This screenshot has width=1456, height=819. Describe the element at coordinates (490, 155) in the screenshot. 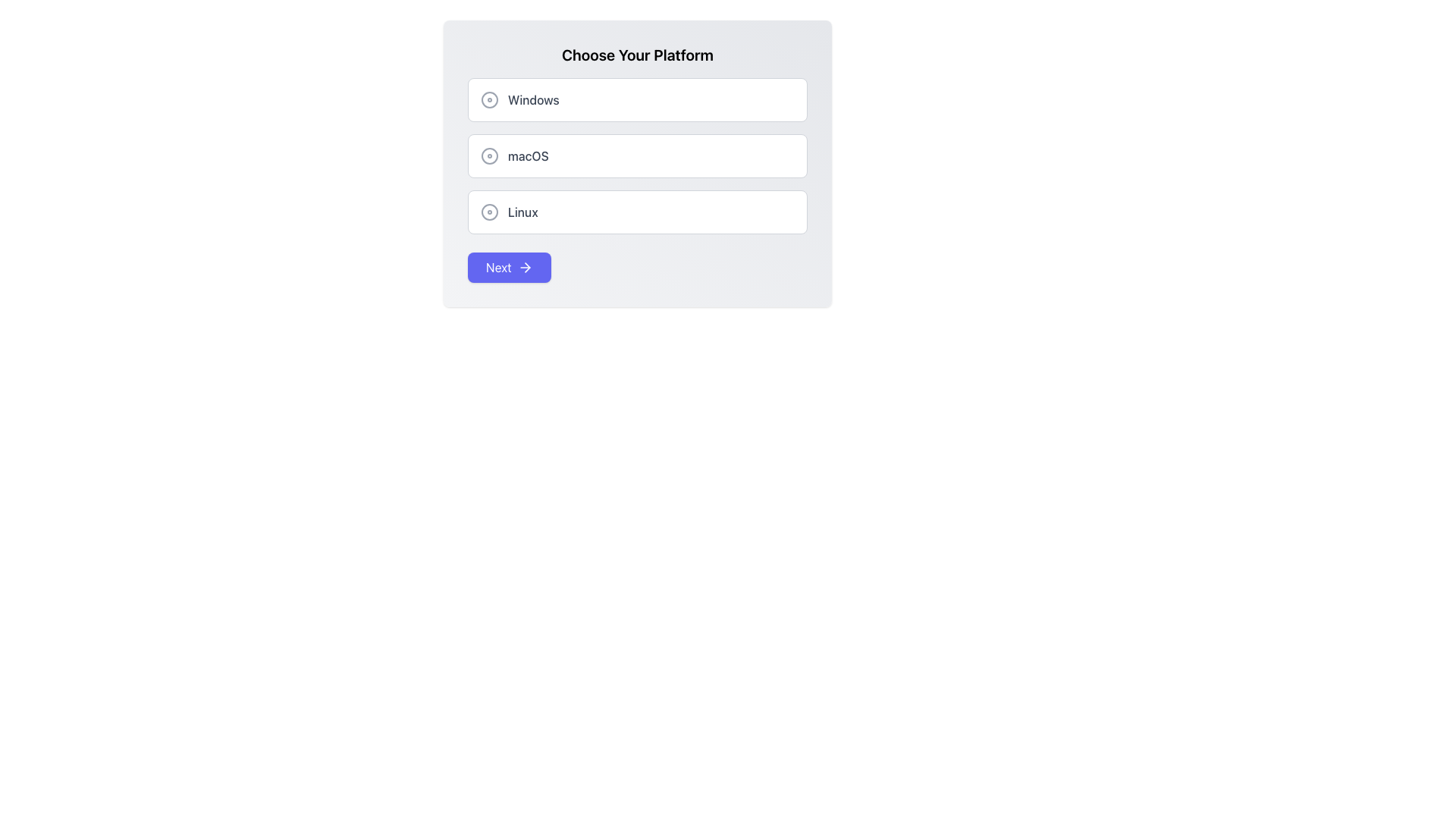

I see `the decorative icon representing 'macOS' located to the left of the text 'macOS' in the selection interface` at that location.